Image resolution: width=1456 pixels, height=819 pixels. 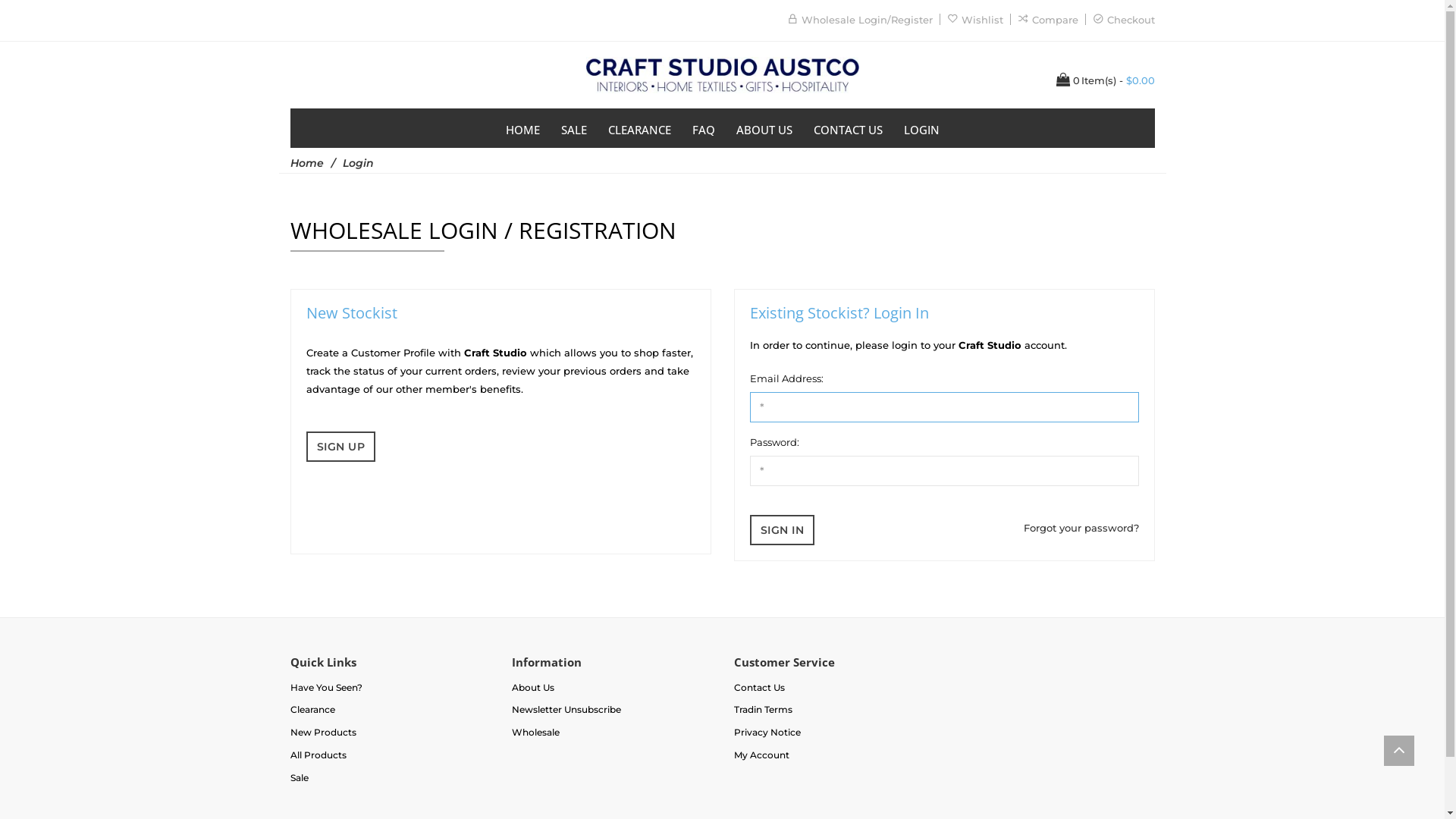 I want to click on 'Have You Seen?', so click(x=325, y=687).